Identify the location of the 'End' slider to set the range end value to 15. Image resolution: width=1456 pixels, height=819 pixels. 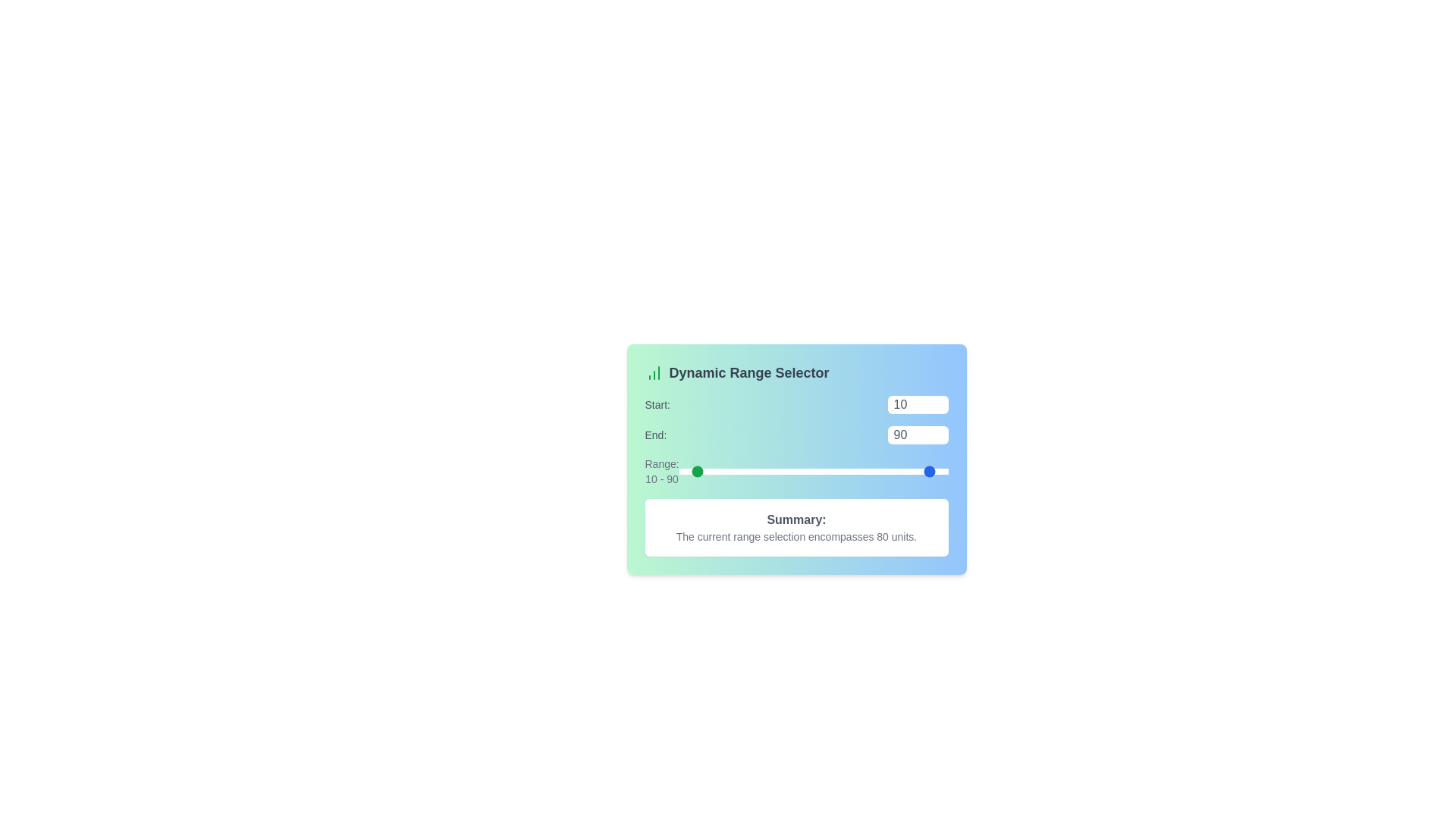
(833, 470).